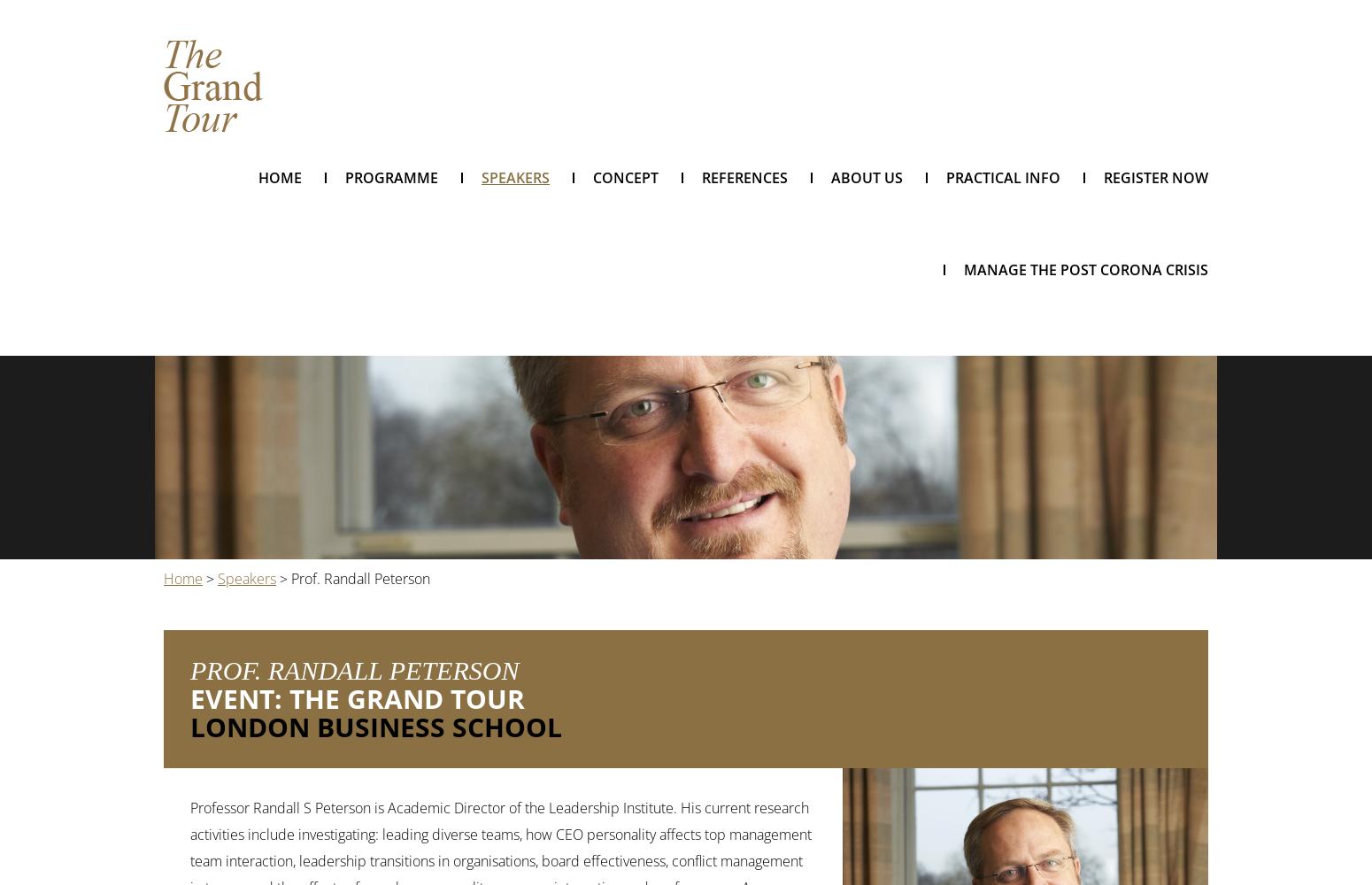 Image resolution: width=1372 pixels, height=885 pixels. Describe the element at coordinates (946, 177) in the screenshot. I see `'Practical info'` at that location.